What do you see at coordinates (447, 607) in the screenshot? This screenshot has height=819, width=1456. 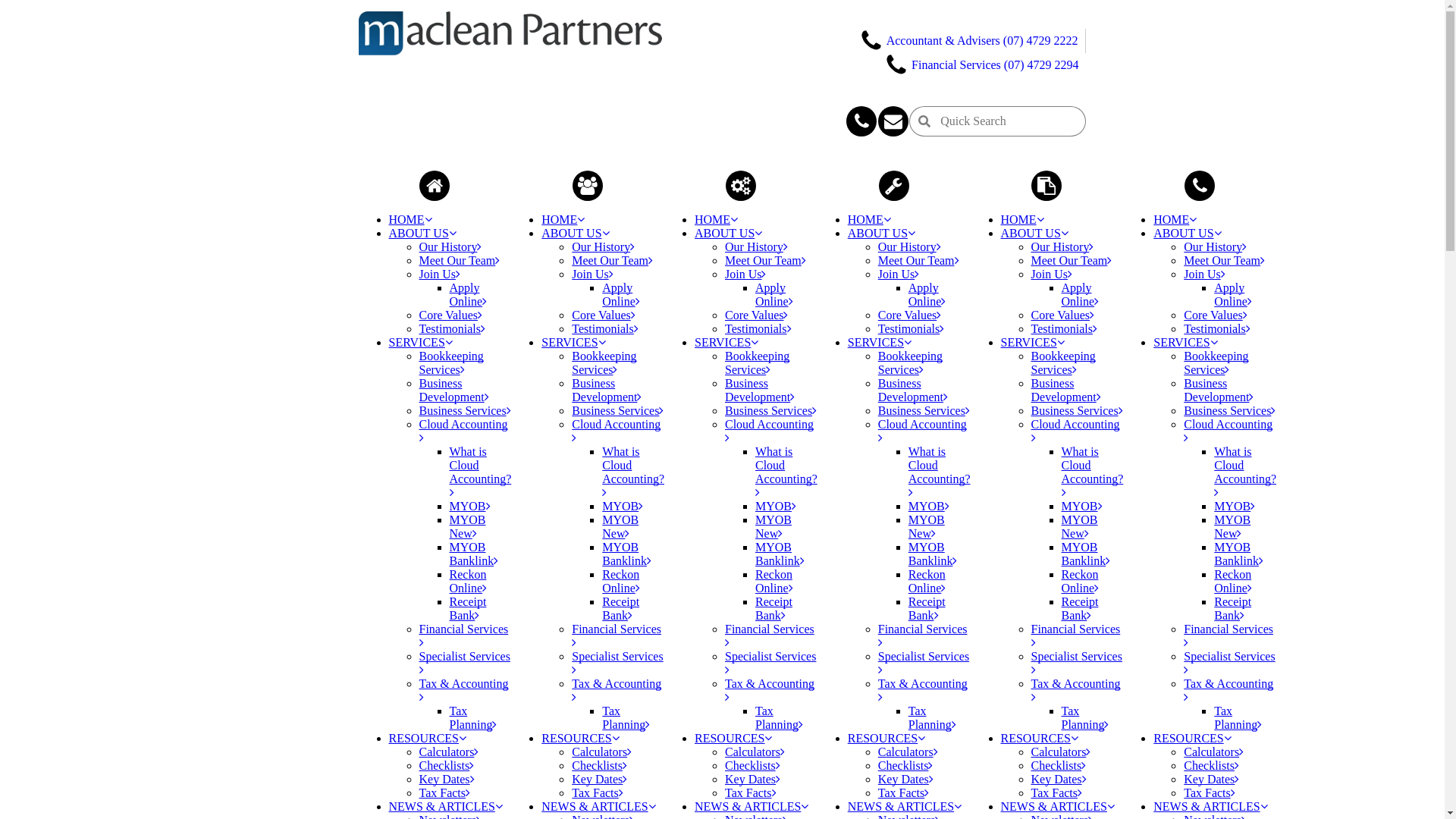 I see `'Receipt Bank'` at bounding box center [447, 607].